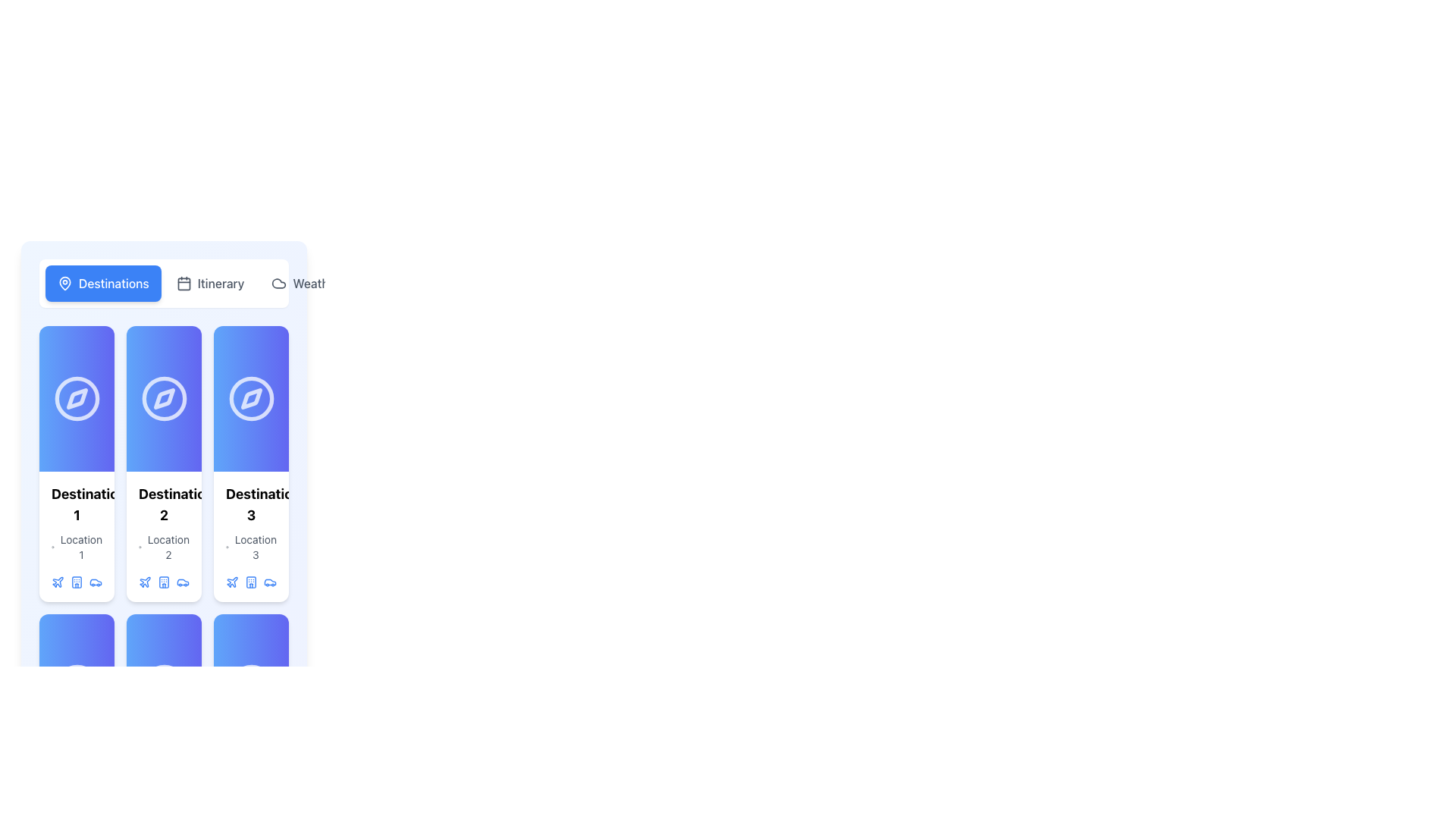 The width and height of the screenshot is (1456, 819). Describe the element at coordinates (164, 397) in the screenshot. I see `the circular icon representing 'Destination 2' located in the middle column of the 'Destinations' section` at that location.